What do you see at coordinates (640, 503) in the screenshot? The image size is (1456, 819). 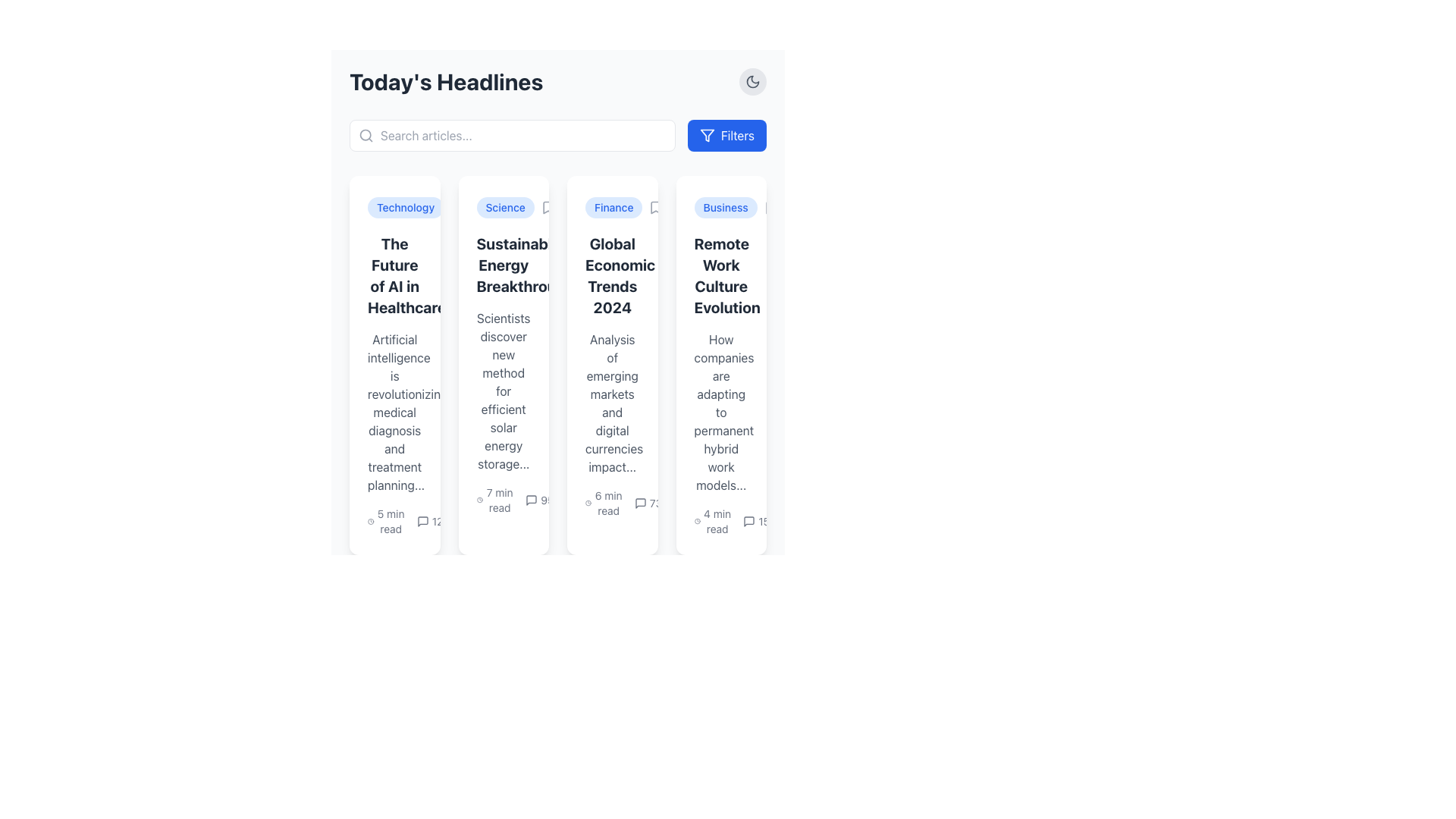 I see `the comments icon located in the bottom-right corner of the 'Global Economic Trends 2024' content block, which indicates the number of comments or messages related to this content` at bounding box center [640, 503].